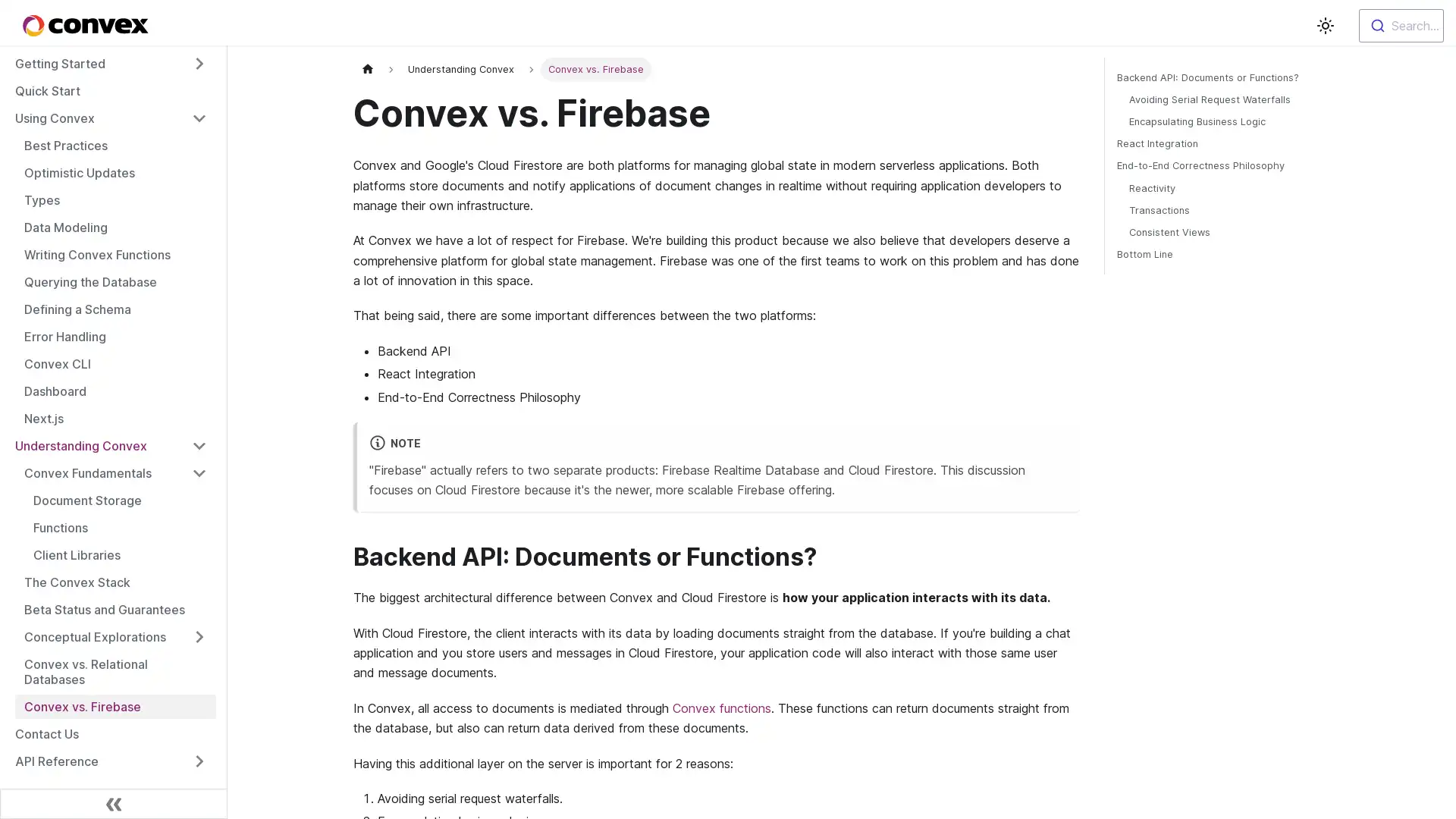  I want to click on Toggle the collapsible sidebar category 'Using Convex', so click(199, 117).